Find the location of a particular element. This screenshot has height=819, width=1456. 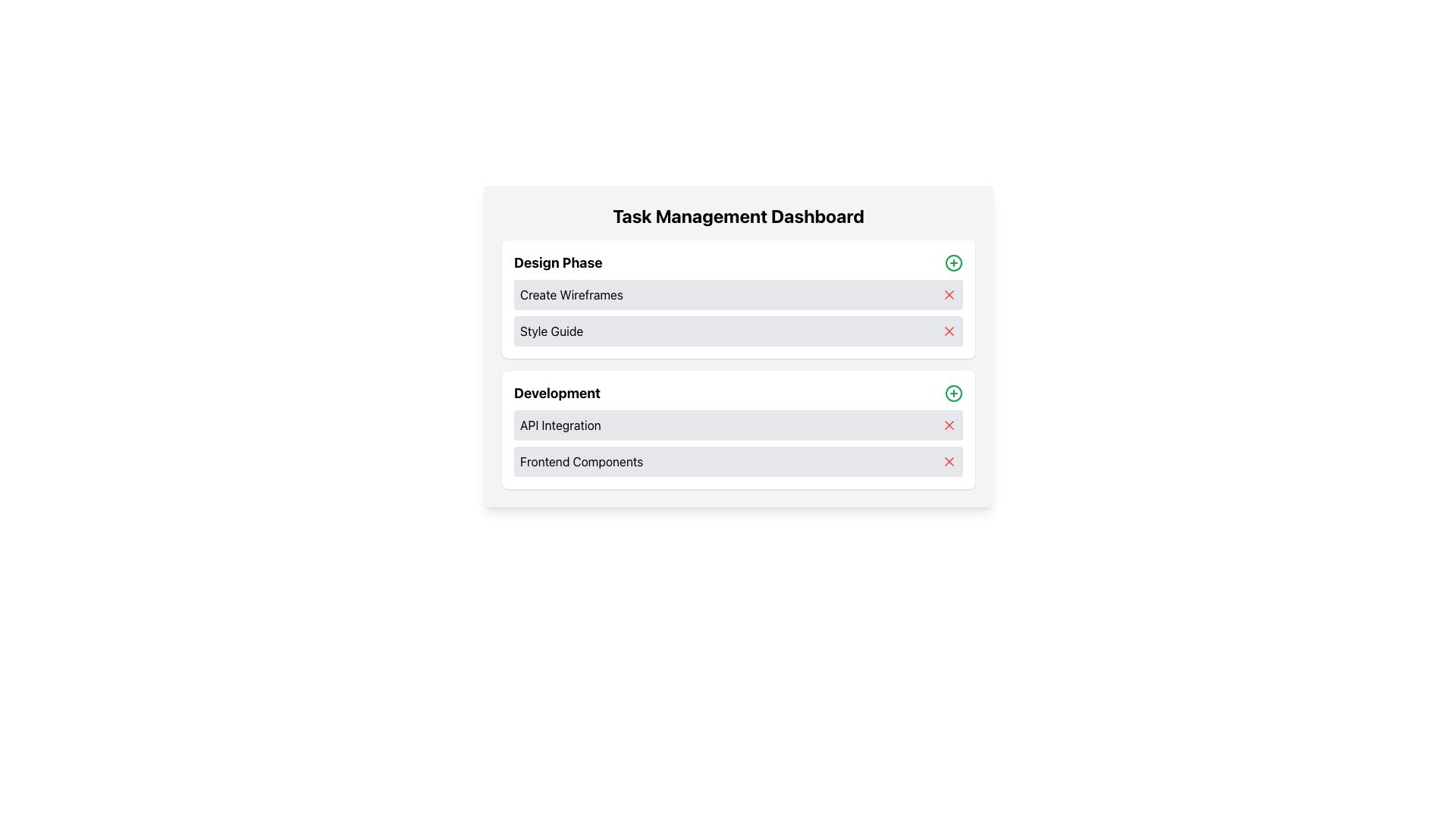

the circular icon with a green outline and a white background, located in the top-right corner of the 'Development' section of the dashboard, which signifies adding or modifying items is located at coordinates (952, 393).